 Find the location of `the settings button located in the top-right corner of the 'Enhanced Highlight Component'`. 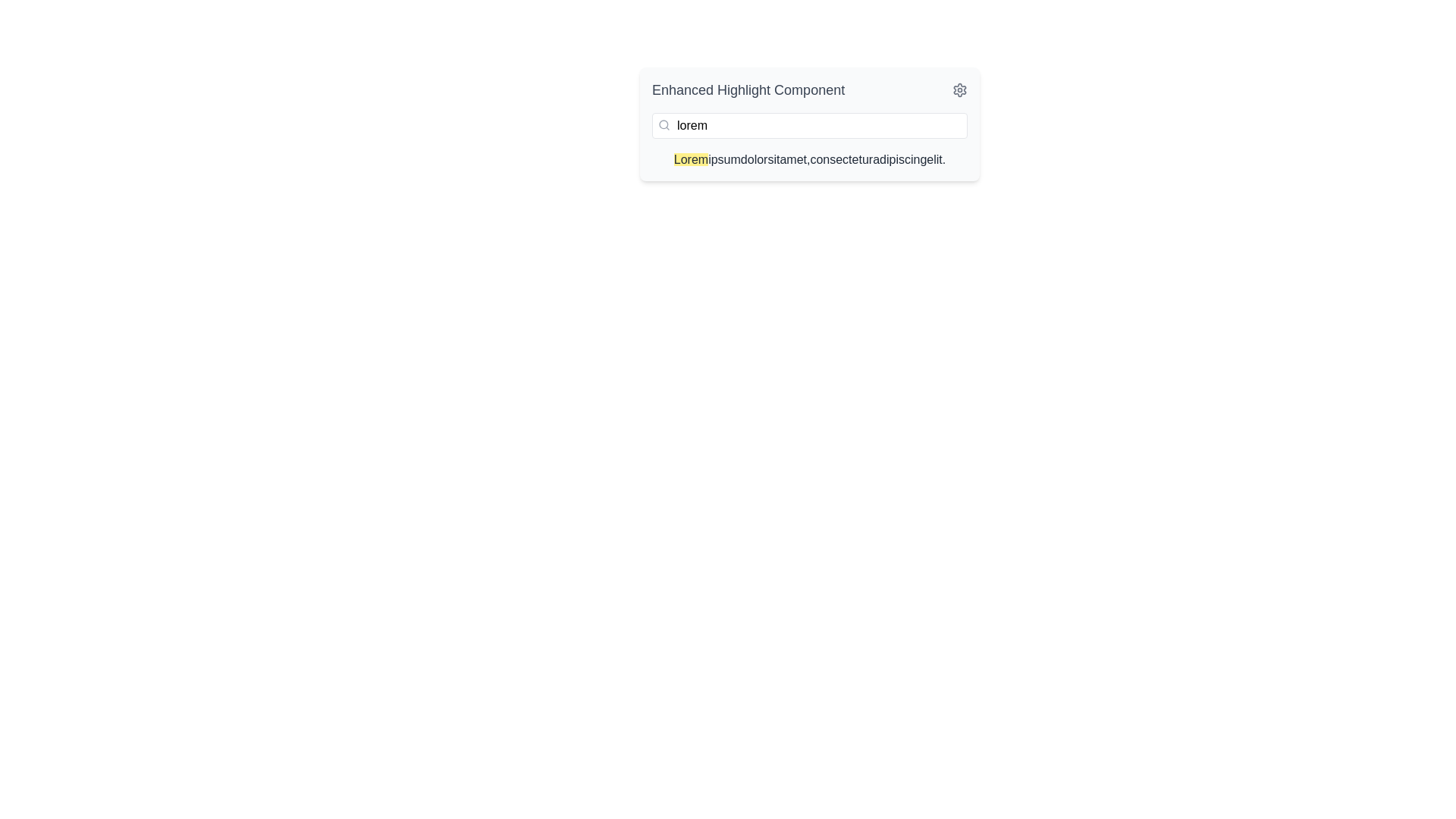

the settings button located in the top-right corner of the 'Enhanced Highlight Component' is located at coordinates (959, 90).